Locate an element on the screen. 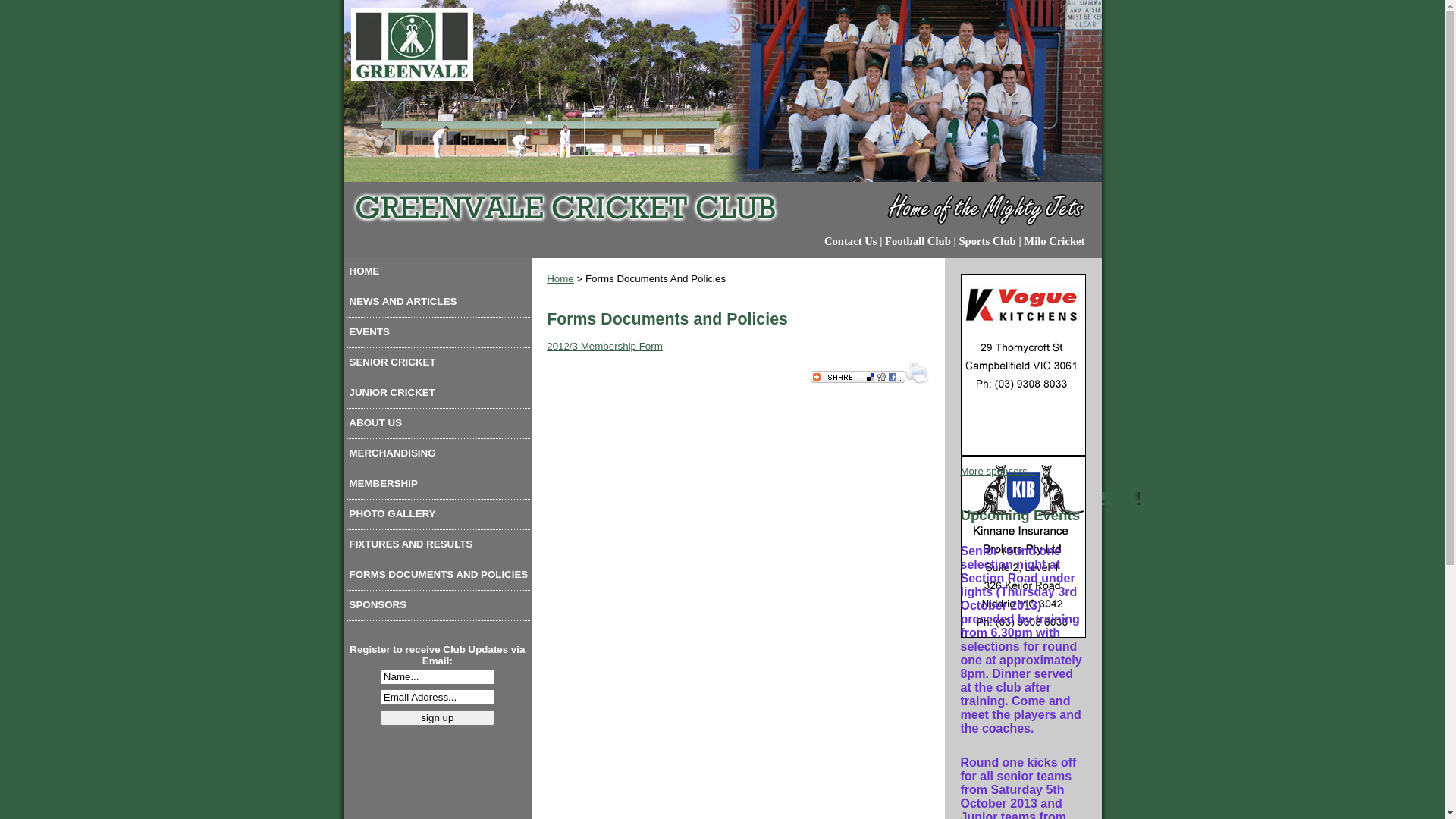 Image resolution: width=1456 pixels, height=819 pixels. 'sign up' is located at coordinates (381, 717).